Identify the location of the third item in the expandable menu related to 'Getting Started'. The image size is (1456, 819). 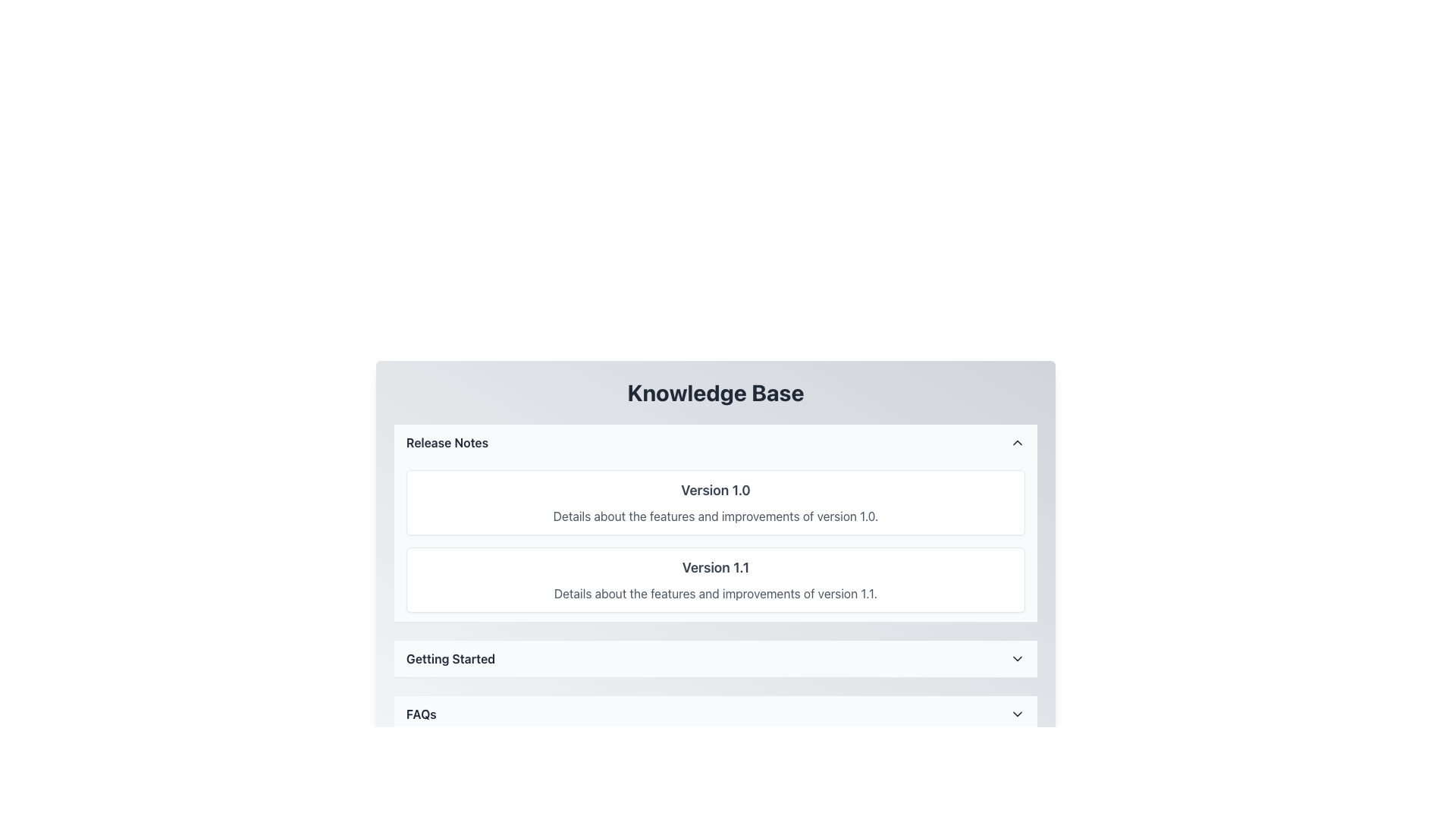
(715, 658).